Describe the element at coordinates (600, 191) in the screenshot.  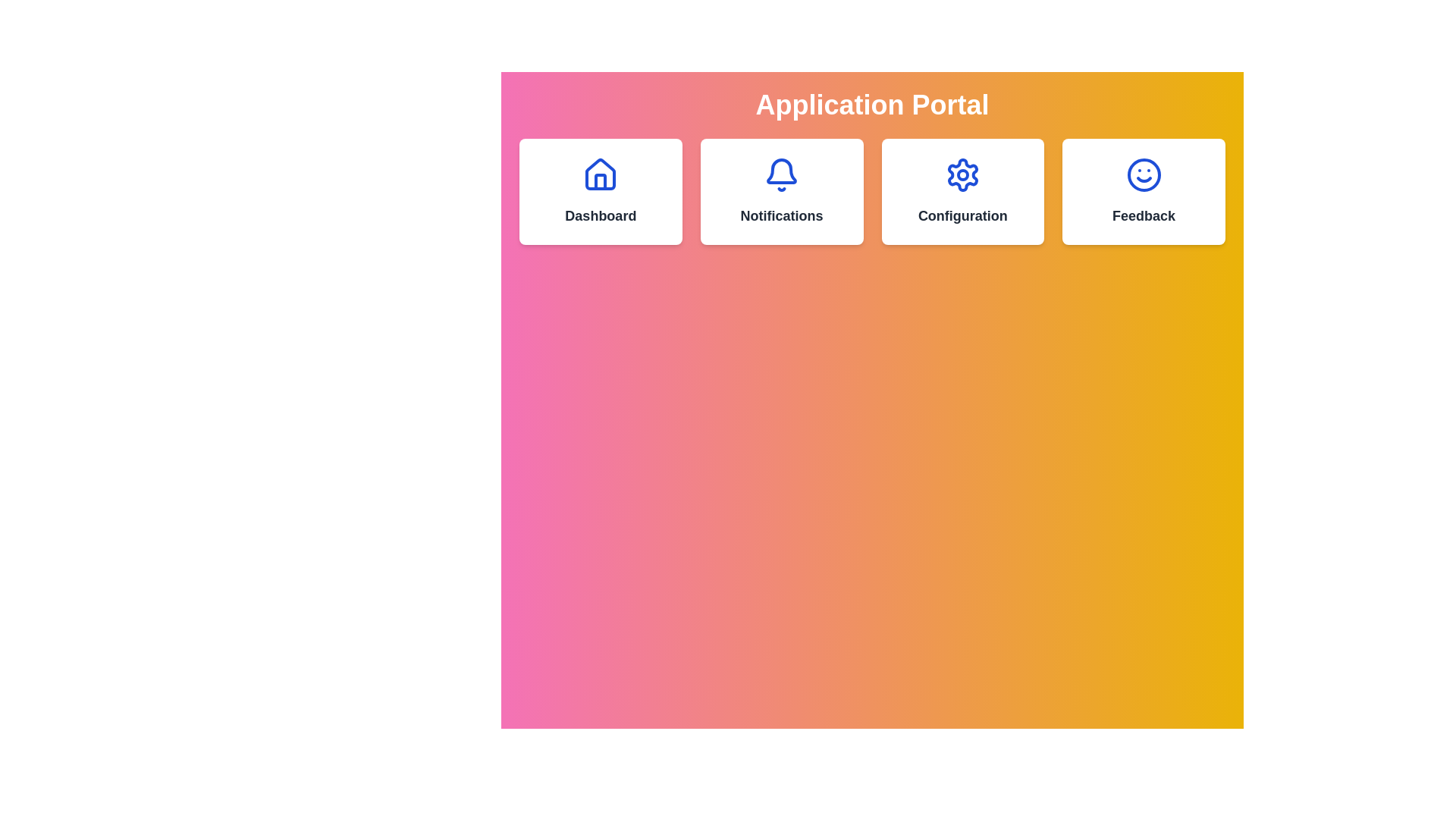
I see `the Dashboard card, which is the first card in a four-column grid layout, featuring a blue house icon and bold black text reading 'Dashboard', to observe the hover effects` at that location.